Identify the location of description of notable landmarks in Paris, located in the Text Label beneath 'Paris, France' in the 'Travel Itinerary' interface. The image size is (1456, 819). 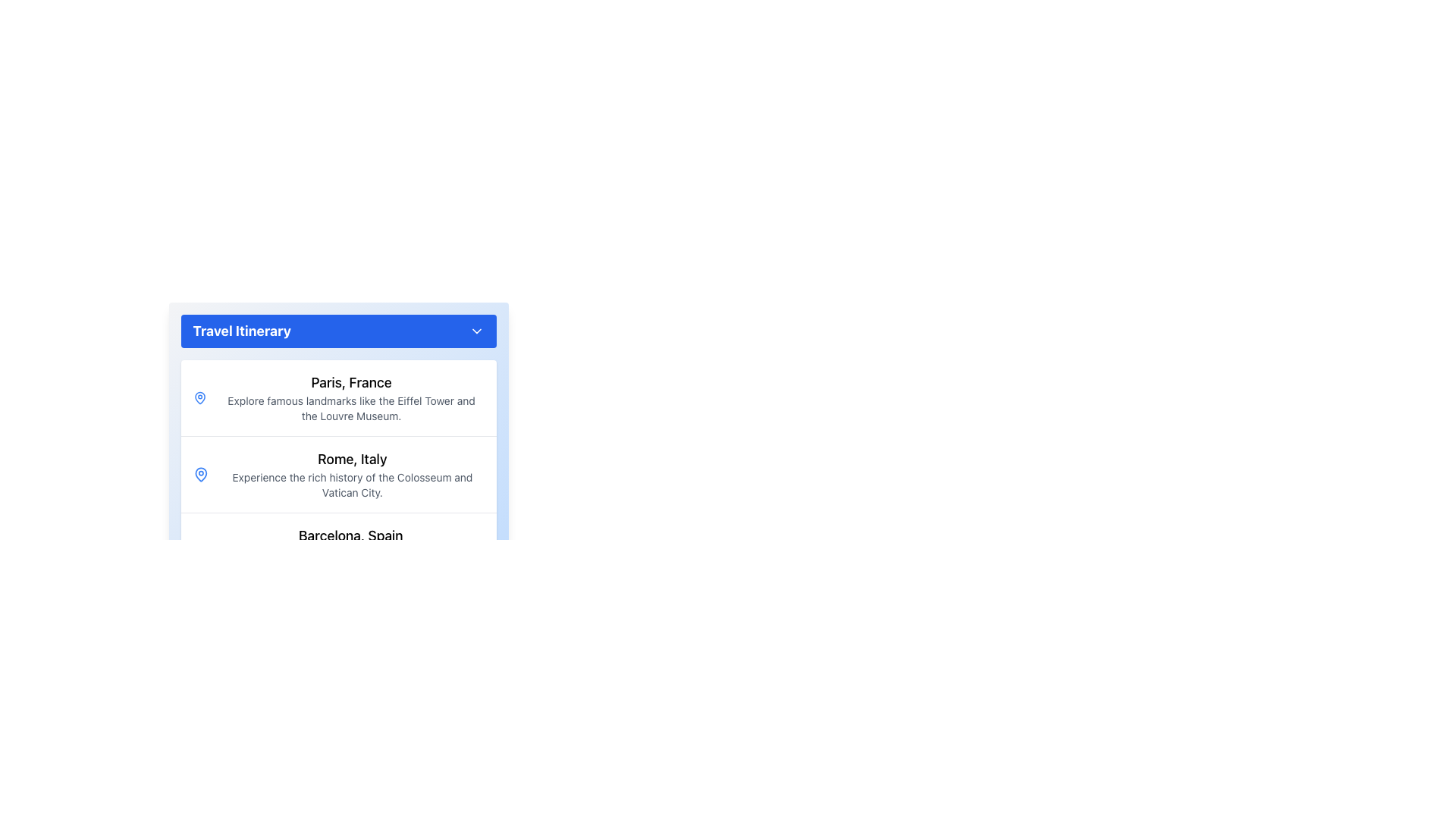
(350, 408).